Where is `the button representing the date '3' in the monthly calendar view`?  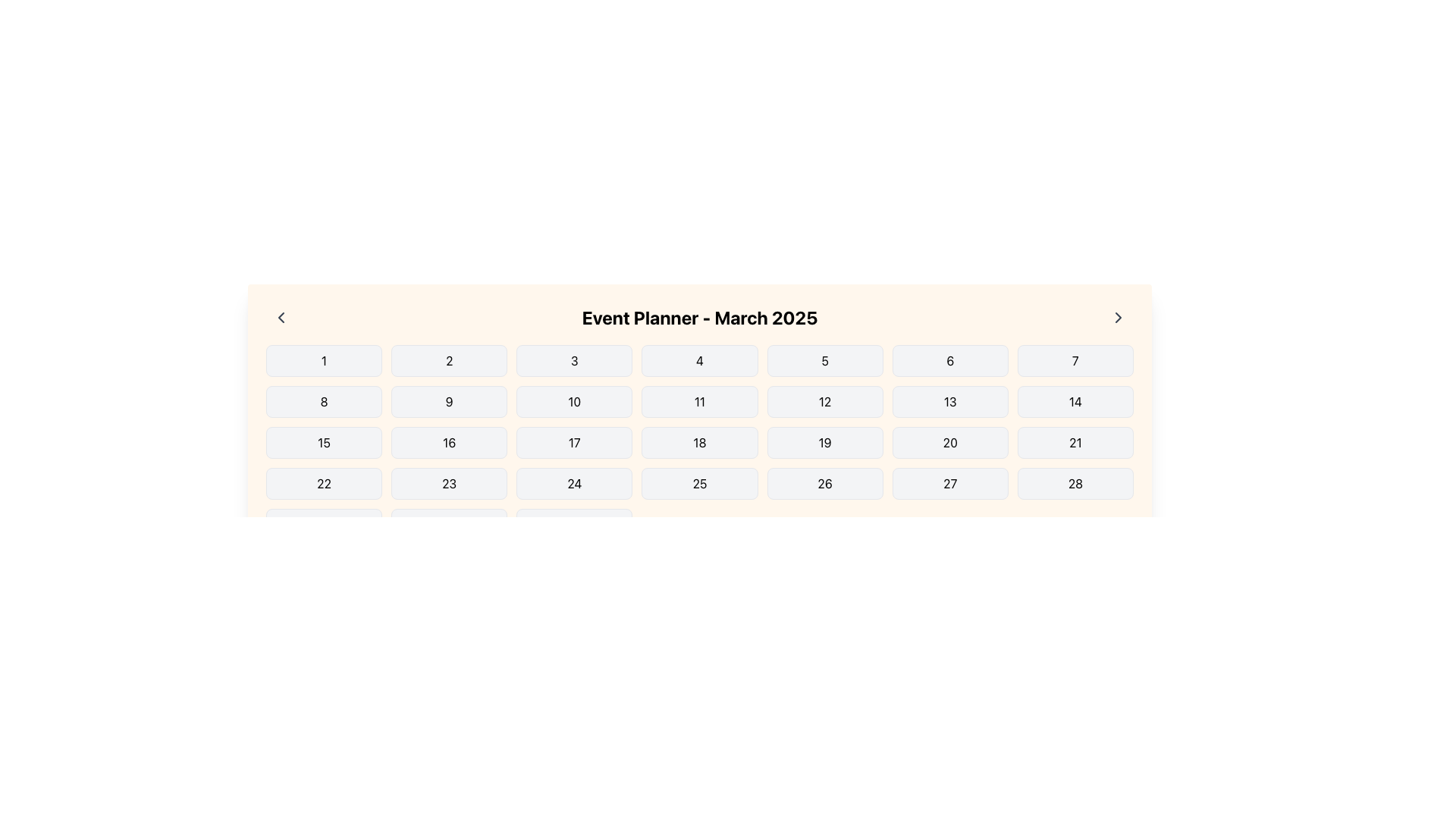 the button representing the date '3' in the monthly calendar view is located at coordinates (573, 360).